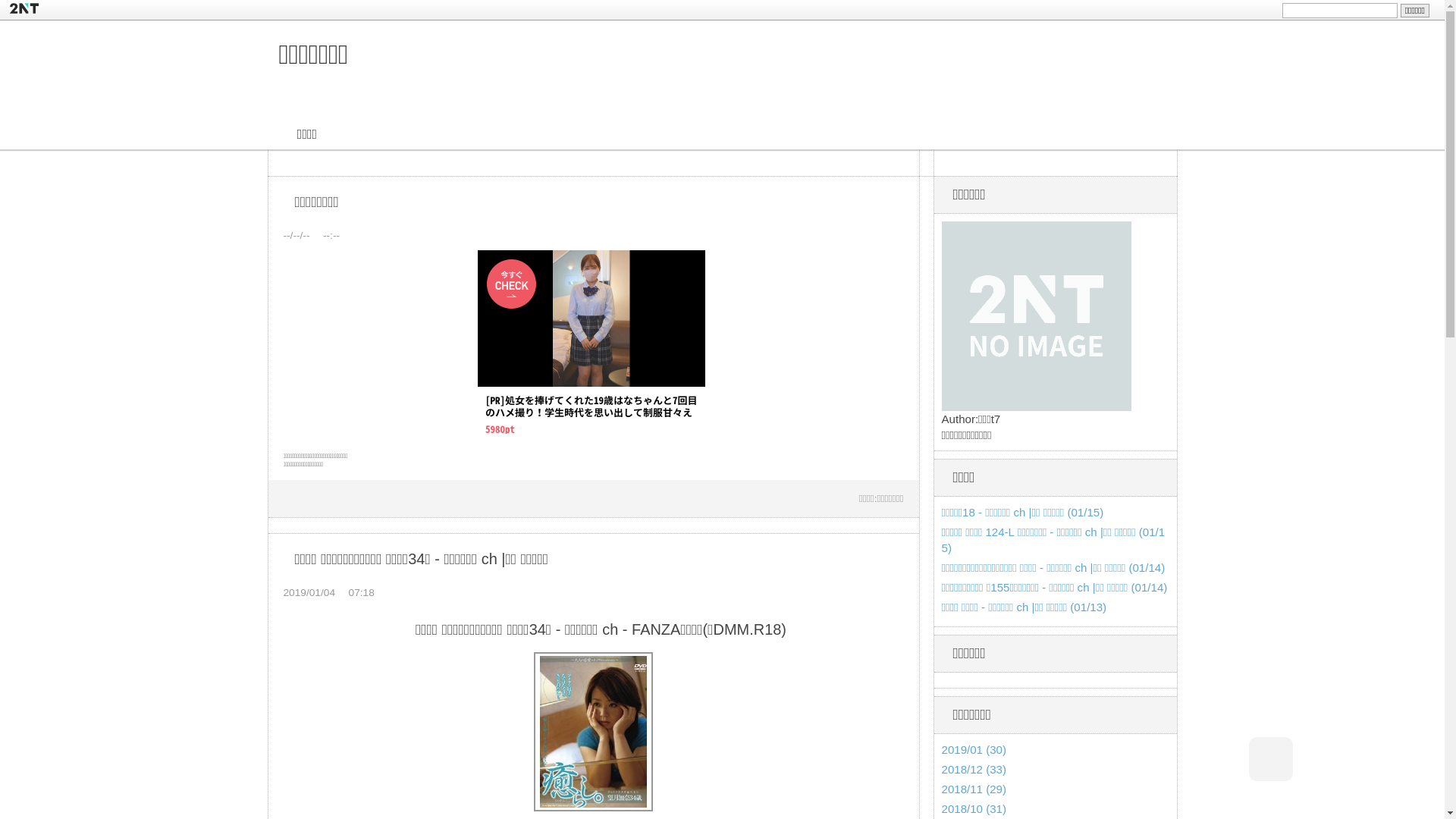  What do you see at coordinates (941, 808) in the screenshot?
I see `'2018/10 (31)'` at bounding box center [941, 808].